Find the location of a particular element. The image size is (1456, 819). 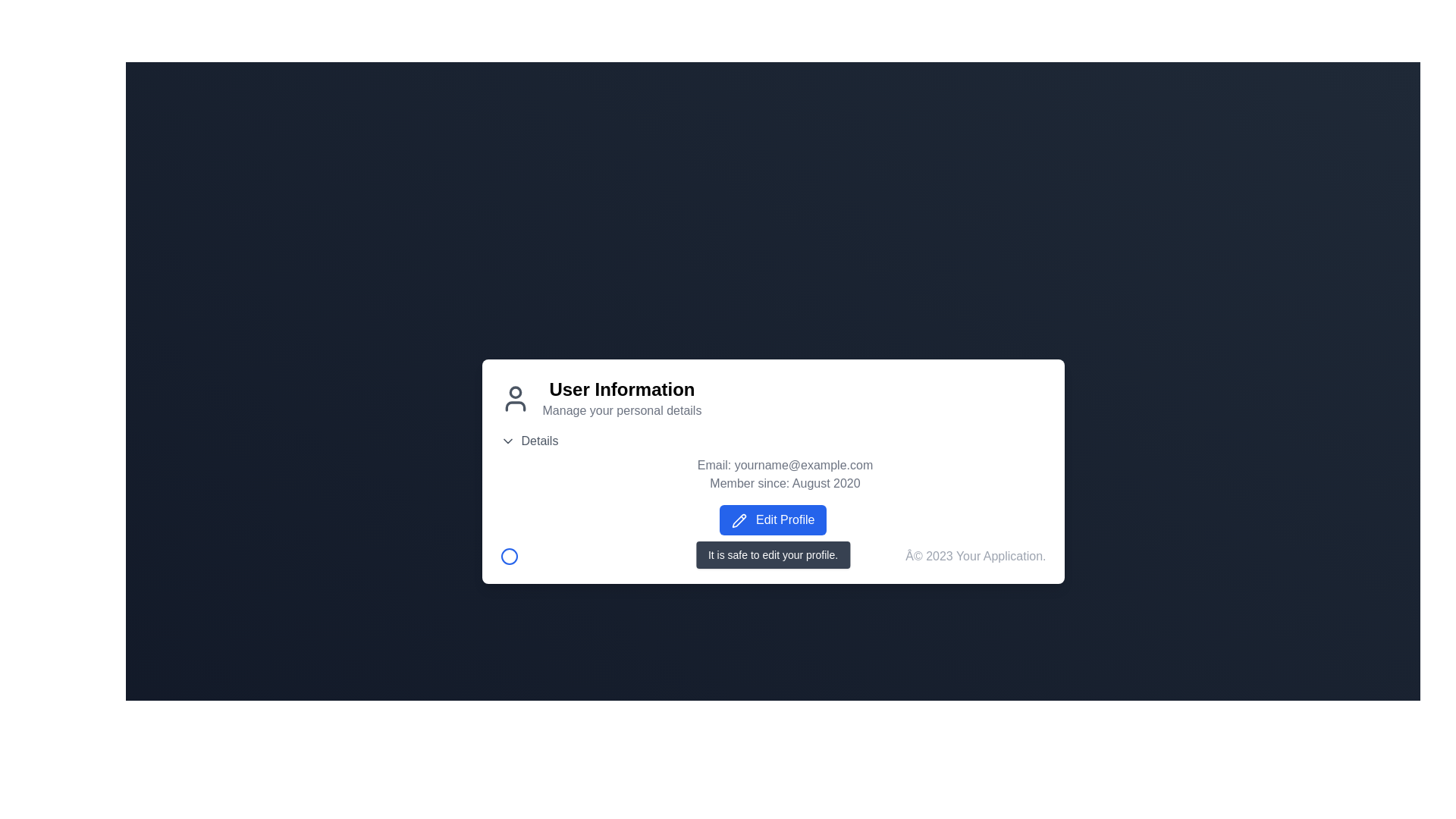

the static text label indicating additional details associated with the 'User Information' section, located to the right of the downward arrow icon is located at coordinates (539, 441).